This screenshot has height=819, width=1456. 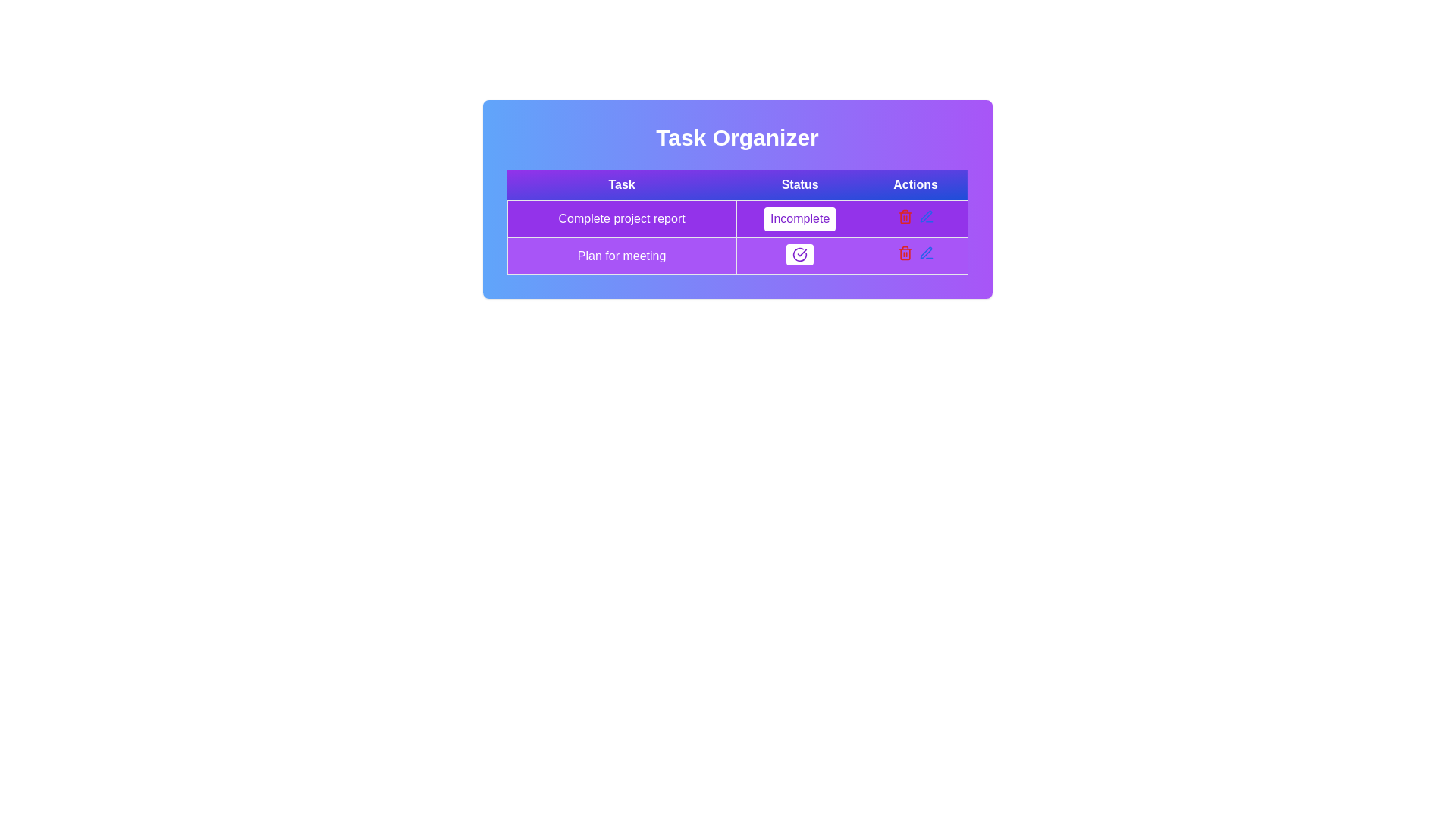 What do you see at coordinates (905, 216) in the screenshot?
I see `the red trash bin icon located in the 'Actions' column of the table for the task 'Complete project report'` at bounding box center [905, 216].